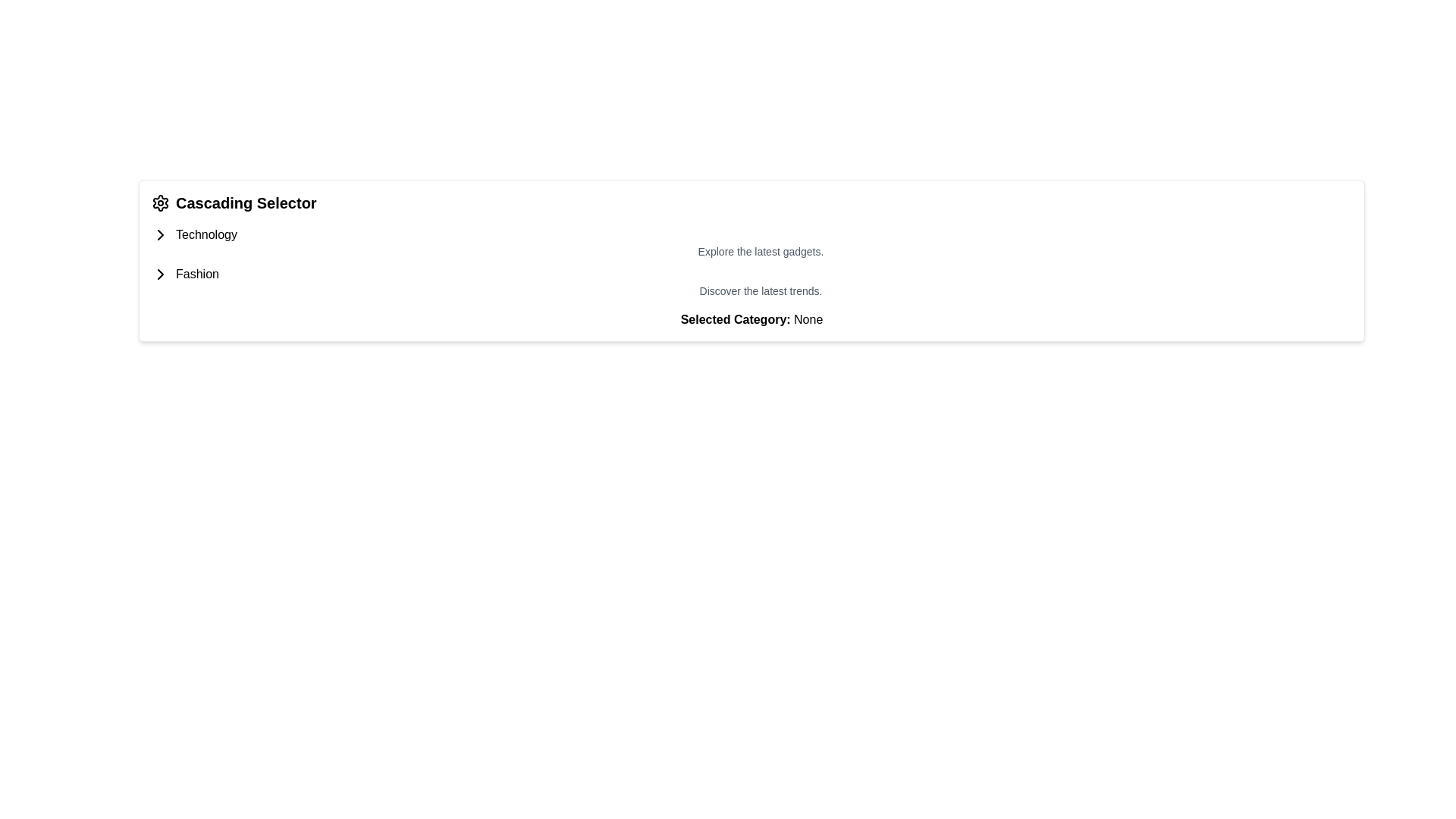 The height and width of the screenshot is (819, 1456). Describe the element at coordinates (206, 234) in the screenshot. I see `the 'Technology' text label in the vertical list of categories` at that location.